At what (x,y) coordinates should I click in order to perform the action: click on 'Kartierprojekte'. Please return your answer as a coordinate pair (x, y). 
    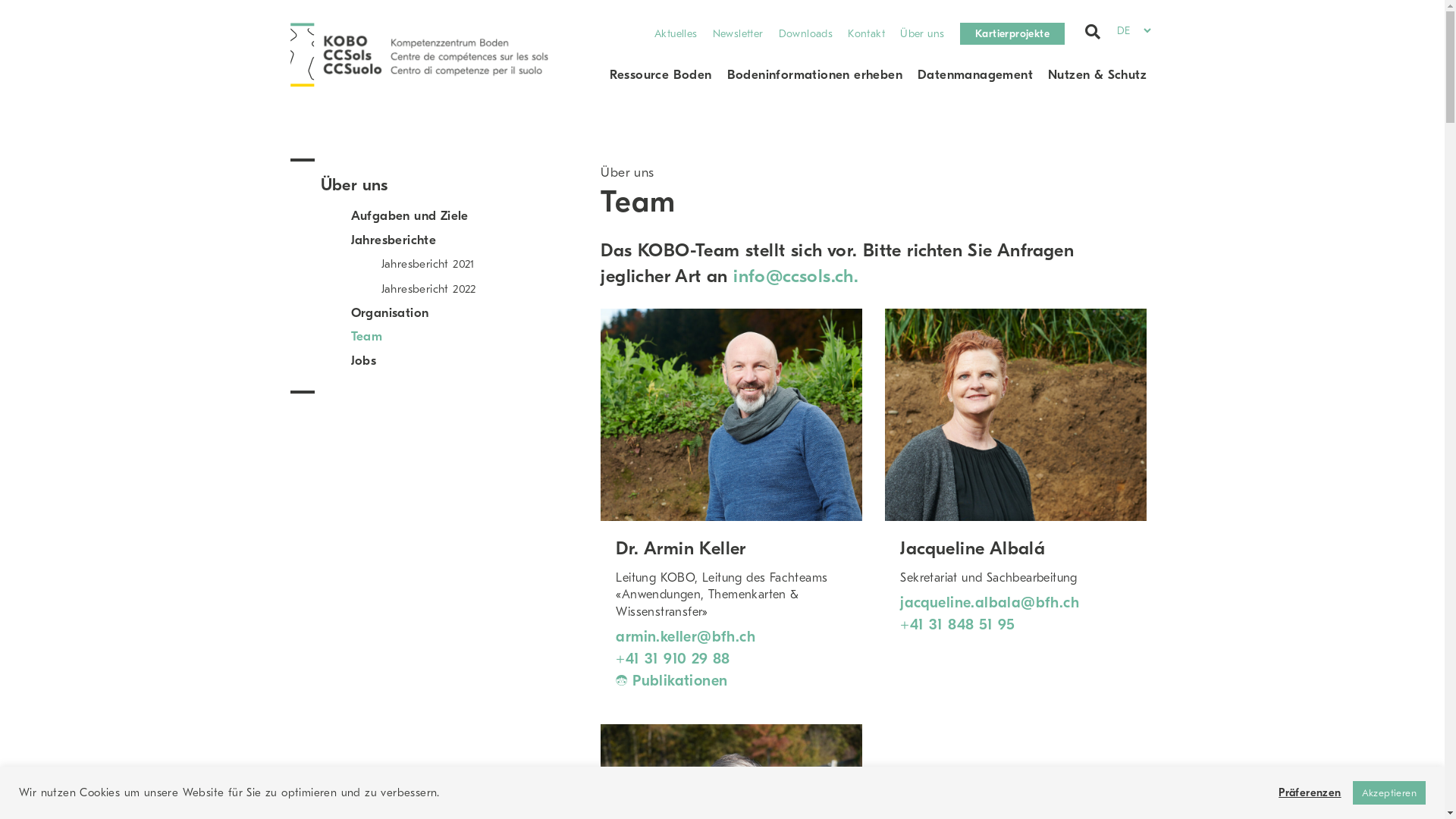
    Looking at the image, I should click on (1012, 33).